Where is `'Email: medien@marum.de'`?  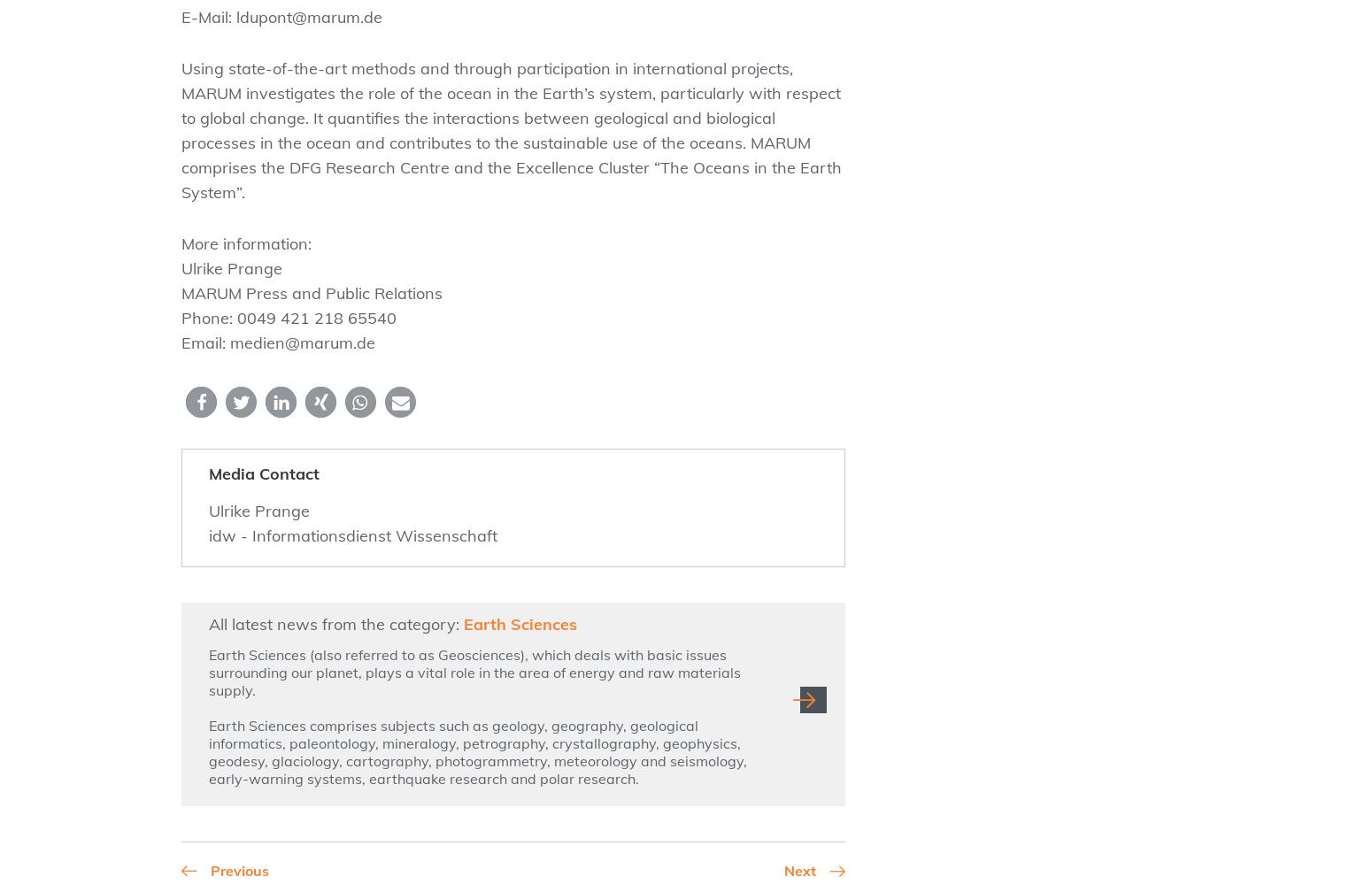
'Email: medien@marum.de' is located at coordinates (277, 342).